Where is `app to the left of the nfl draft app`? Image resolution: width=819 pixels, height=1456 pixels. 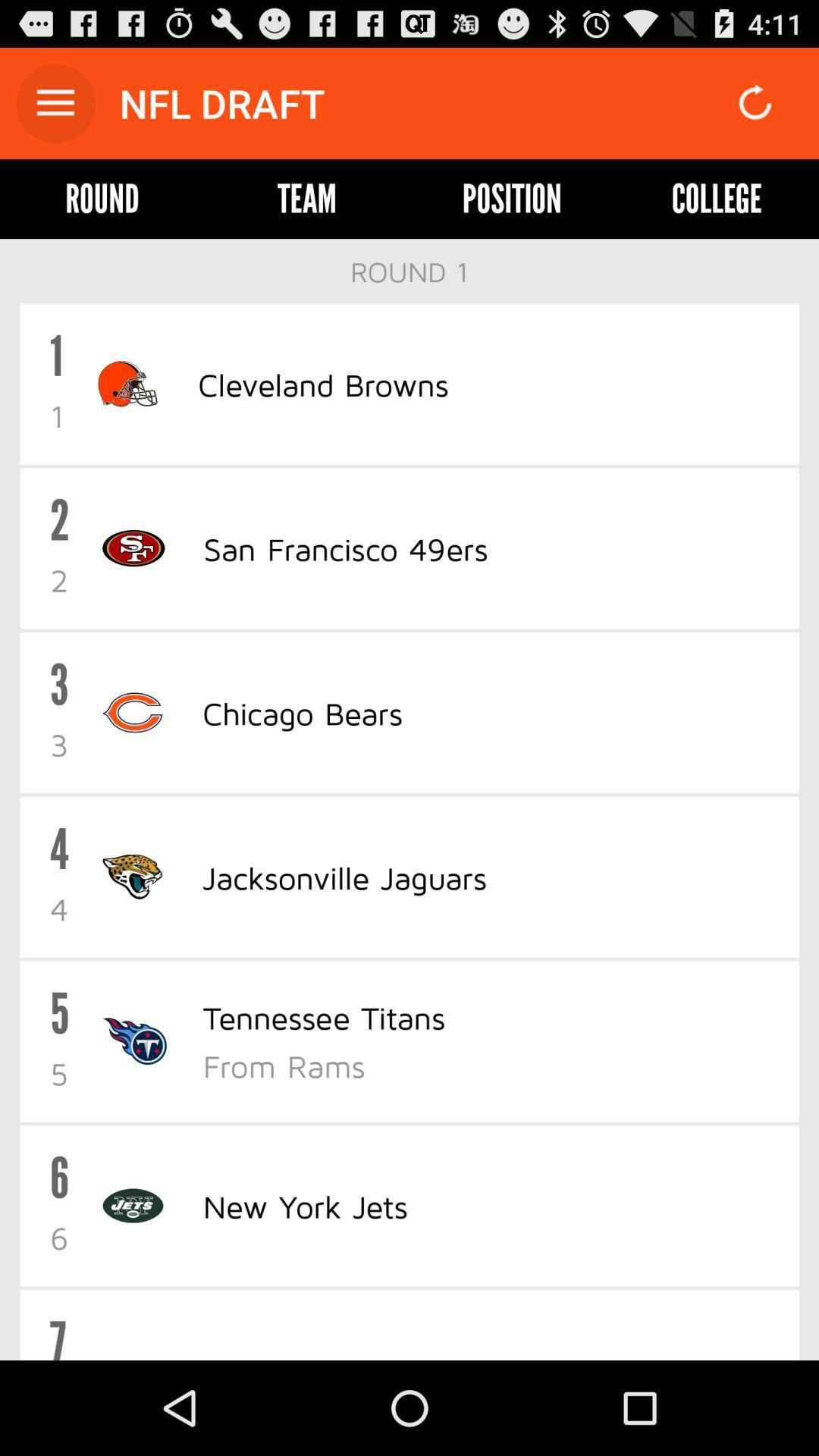 app to the left of the nfl draft app is located at coordinates (55, 102).